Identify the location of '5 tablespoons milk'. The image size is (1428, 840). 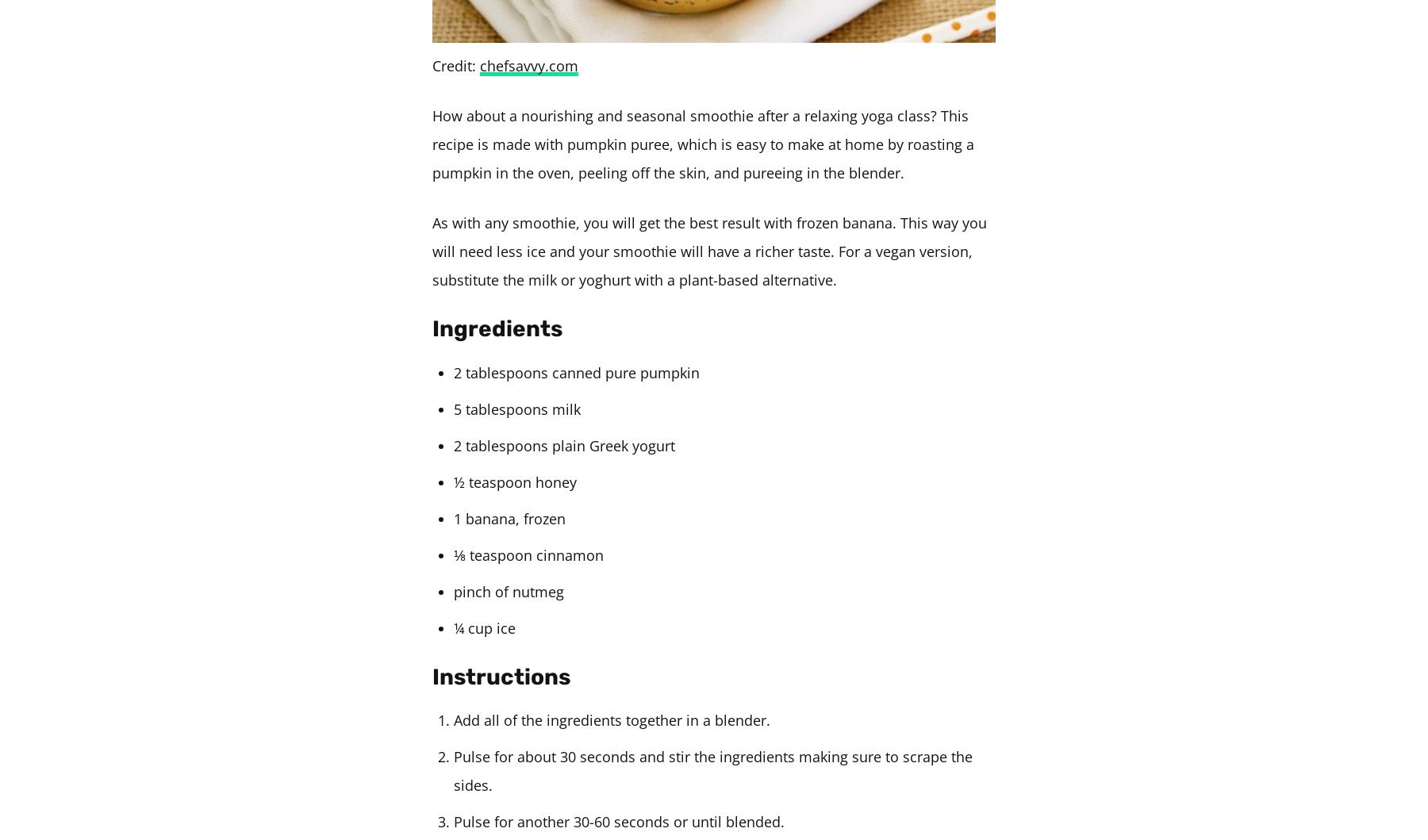
(454, 408).